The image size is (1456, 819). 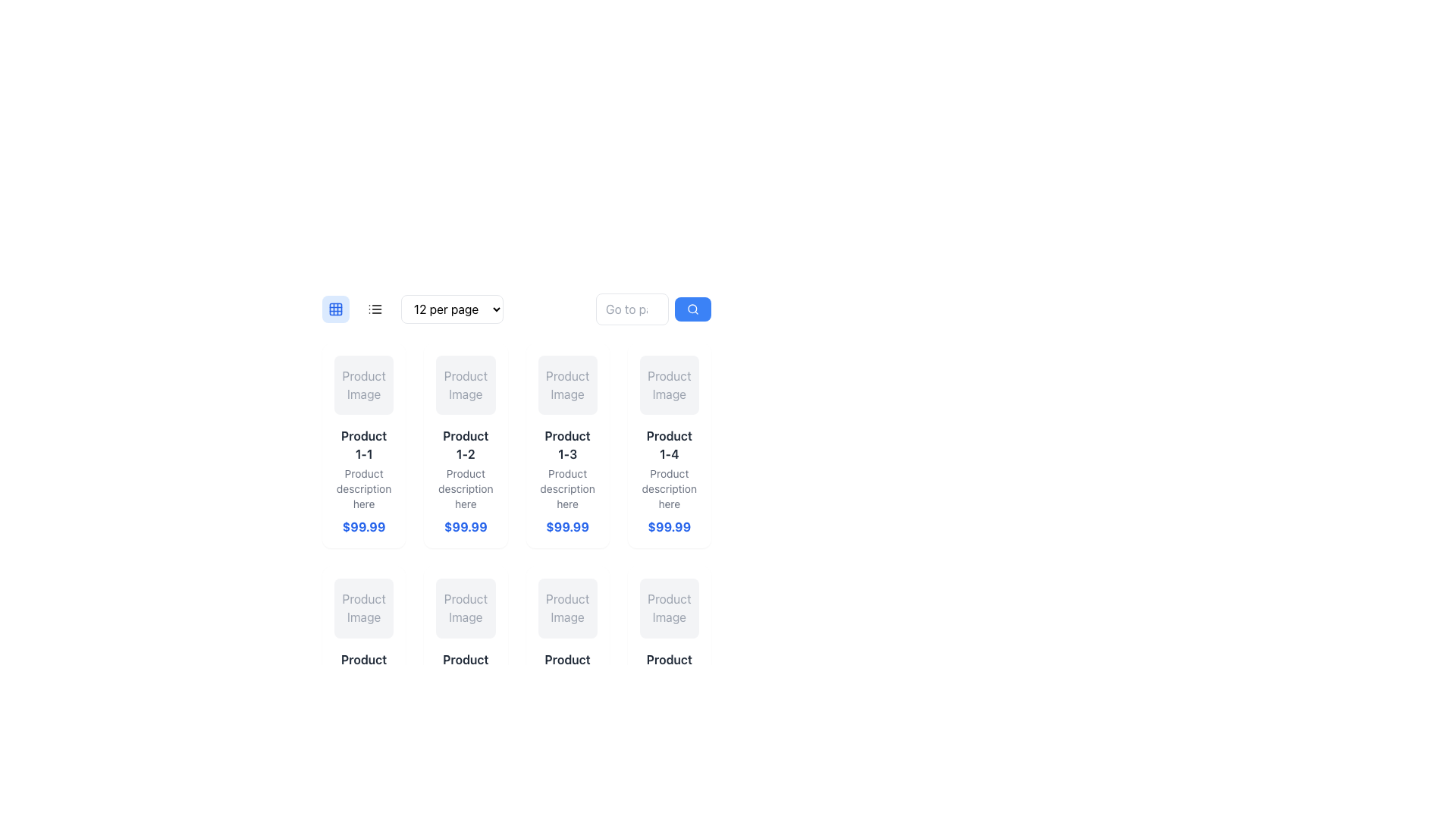 I want to click on the Product card displaying 'Product 1-2', which has a bold title, a gray description, and a blue price, located in the second column of the top row of the product grid, so click(x=465, y=482).